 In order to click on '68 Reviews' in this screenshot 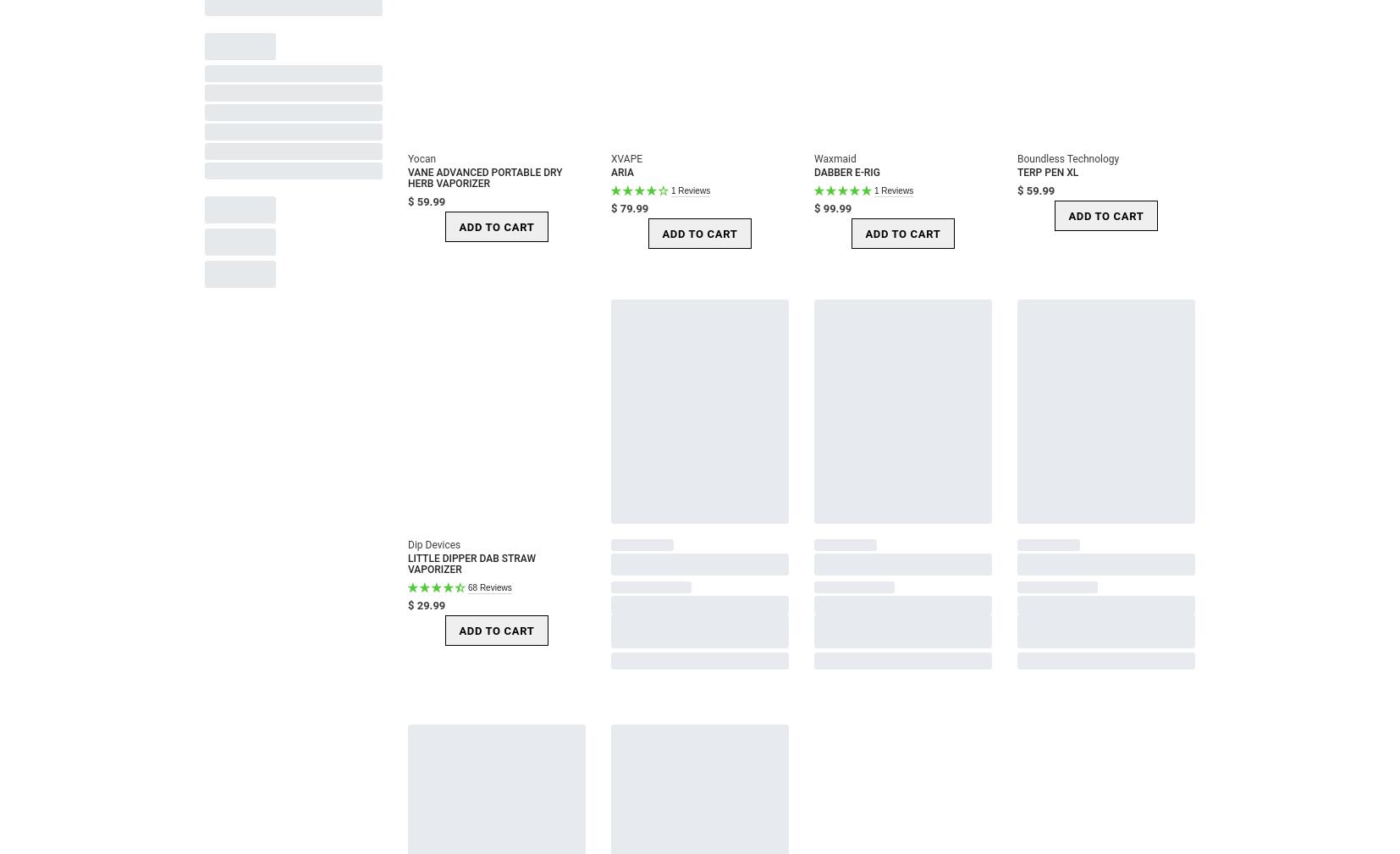, I will do `click(489, 587)`.